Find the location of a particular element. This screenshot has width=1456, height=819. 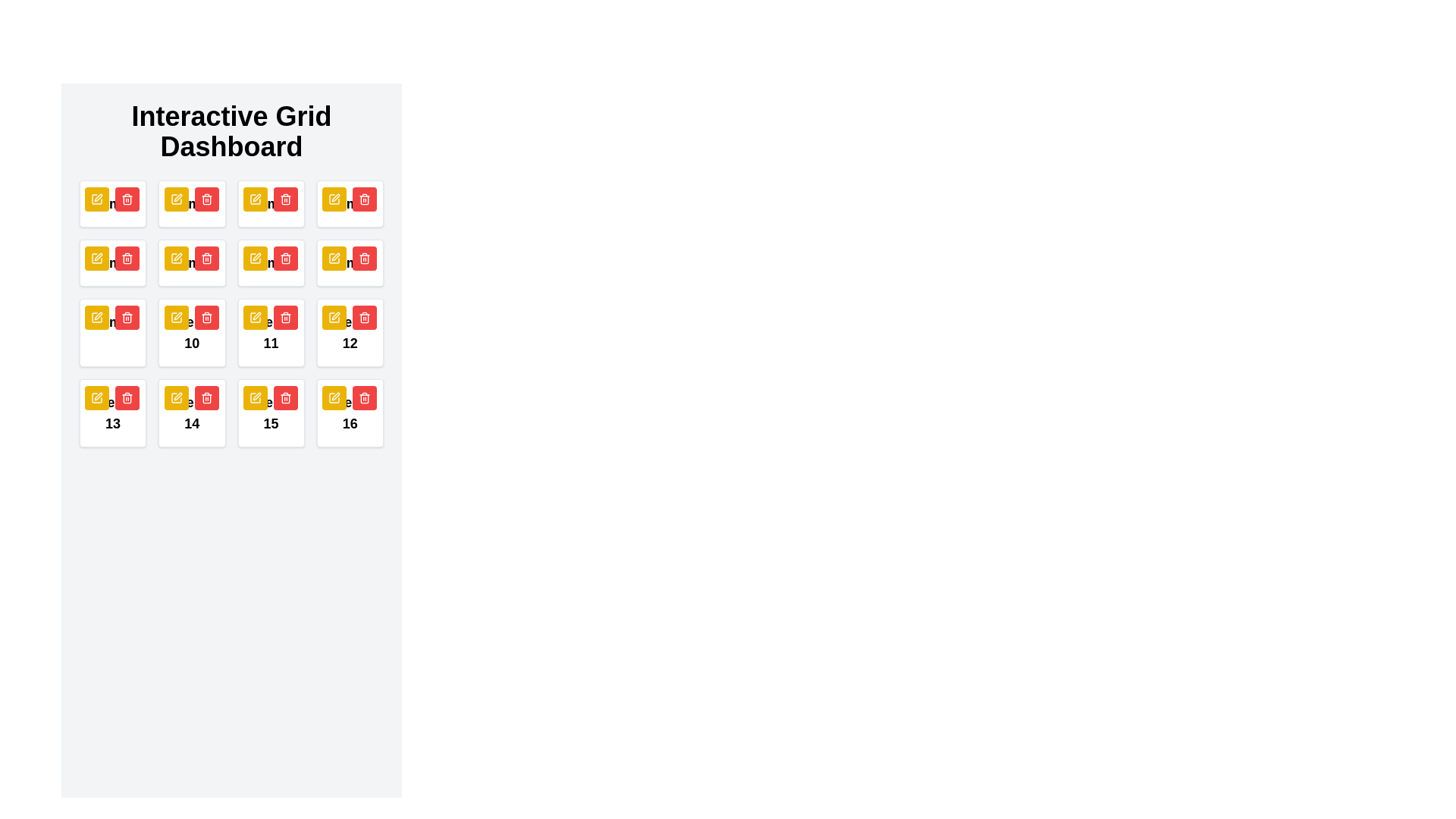

the edit icon located in the yellow background section of the button group at the bottom-left corner of the grid under item 13 is located at coordinates (96, 397).